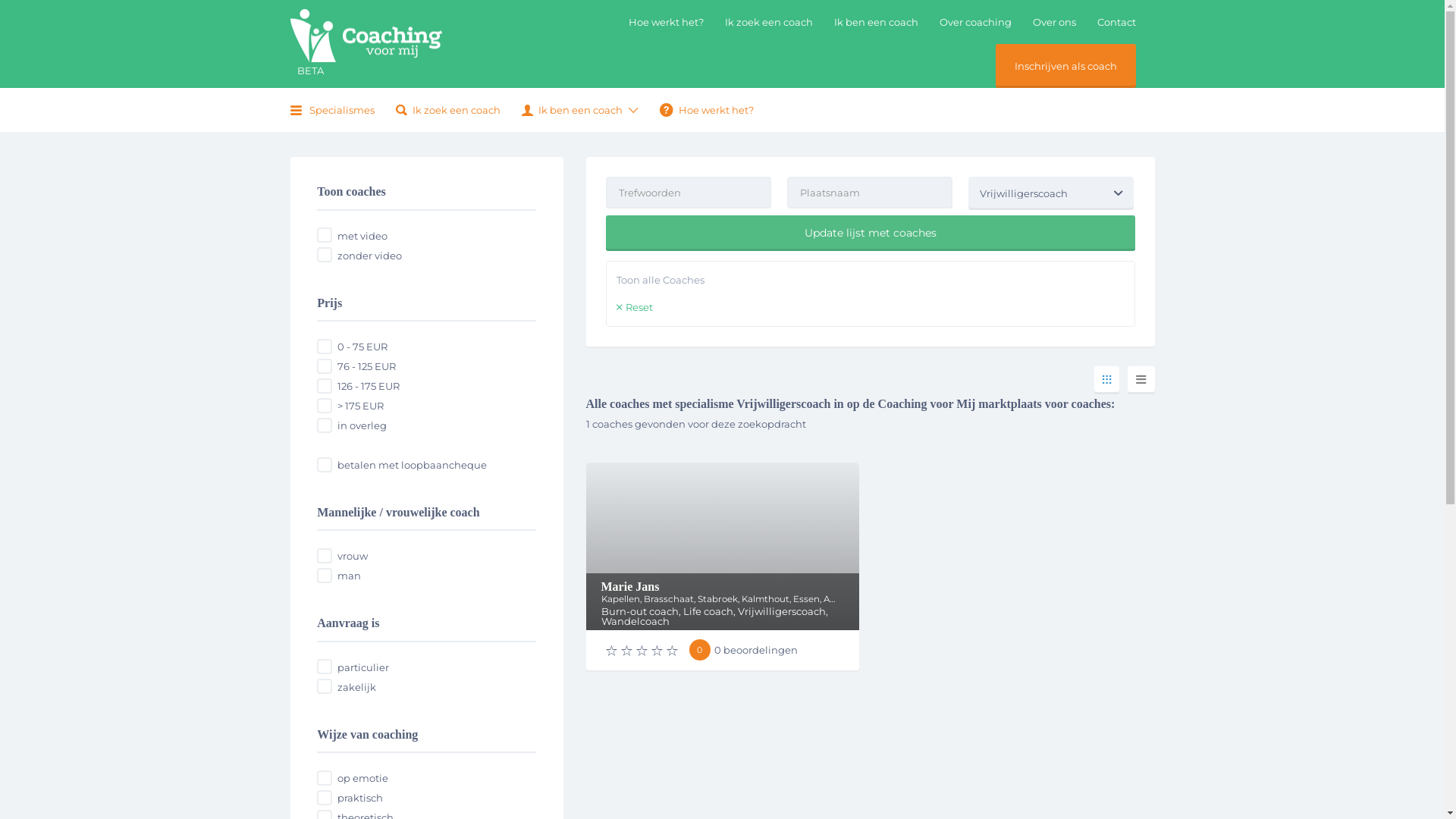 This screenshot has width=1456, height=819. I want to click on 'inagreement', so click(323, 425).